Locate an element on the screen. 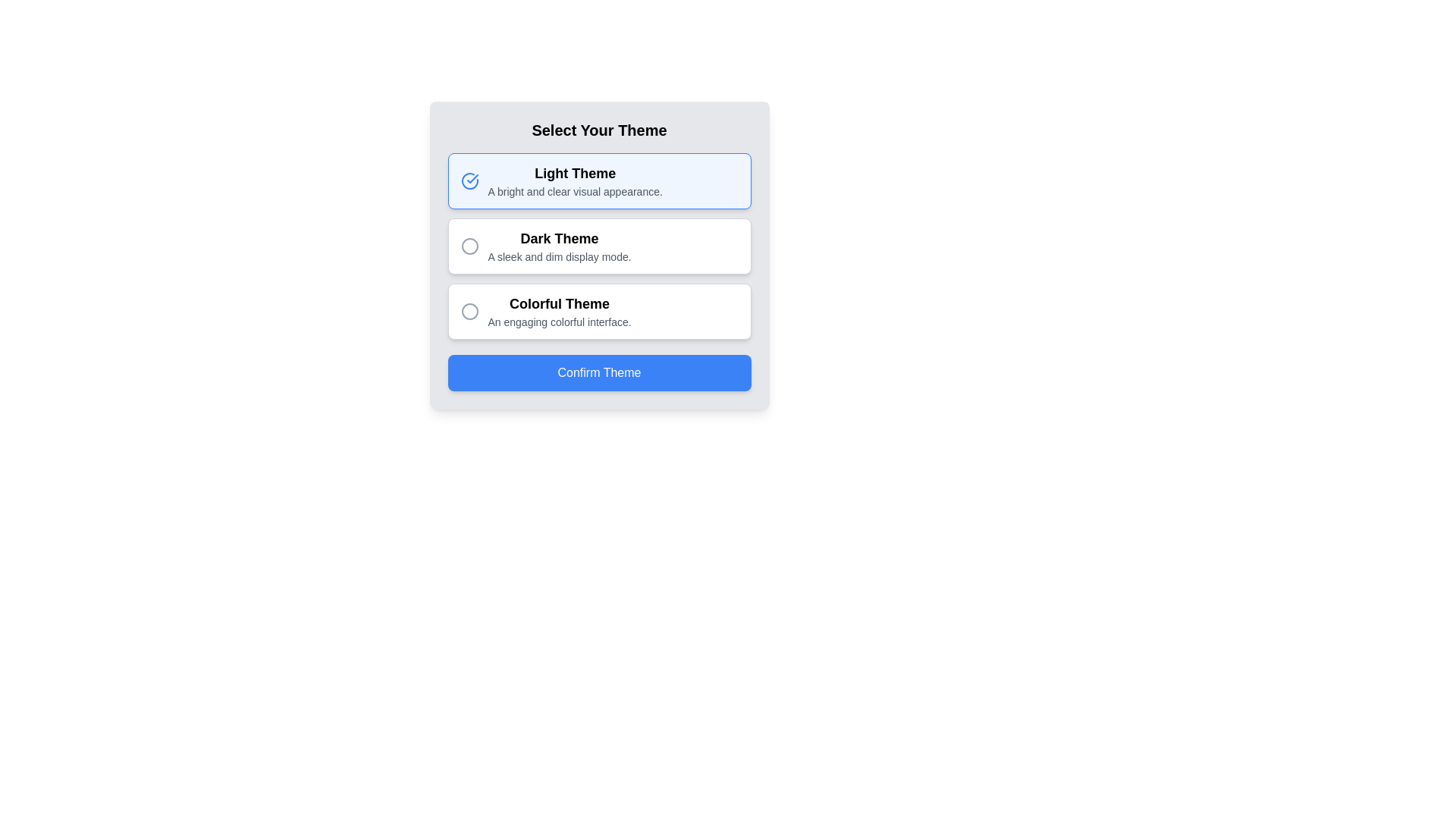  the 'Light Theme' option which is represented by a circular arc inside a blue-bordered interactive component is located at coordinates (469, 180).